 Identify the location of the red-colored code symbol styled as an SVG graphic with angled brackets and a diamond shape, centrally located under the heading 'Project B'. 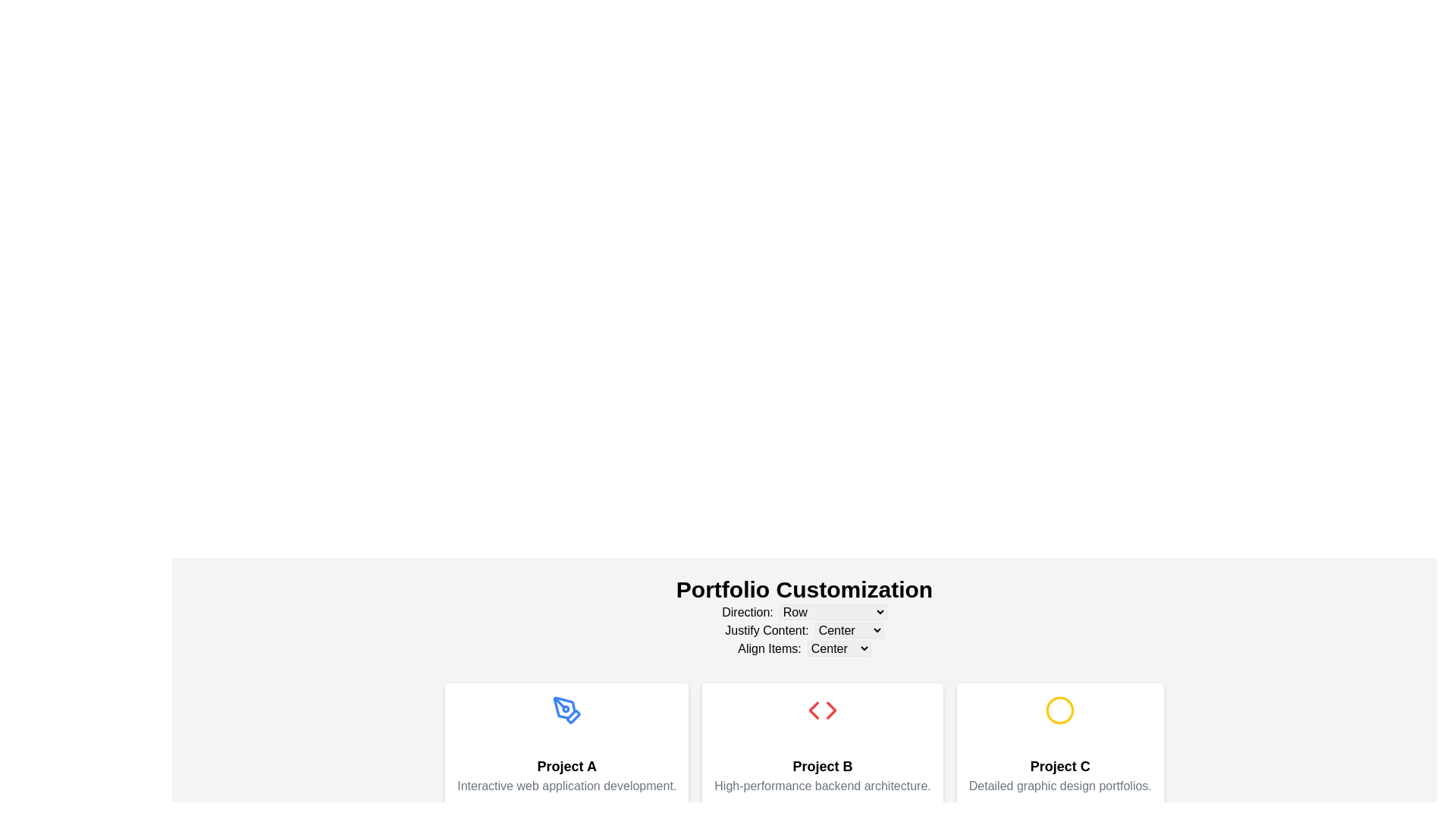
(821, 711).